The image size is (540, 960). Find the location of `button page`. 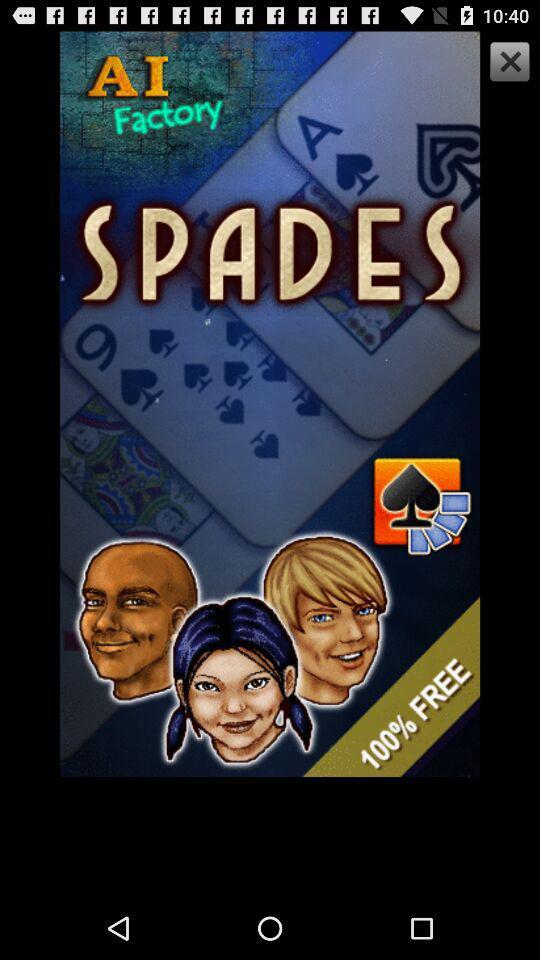

button page is located at coordinates (507, 64).